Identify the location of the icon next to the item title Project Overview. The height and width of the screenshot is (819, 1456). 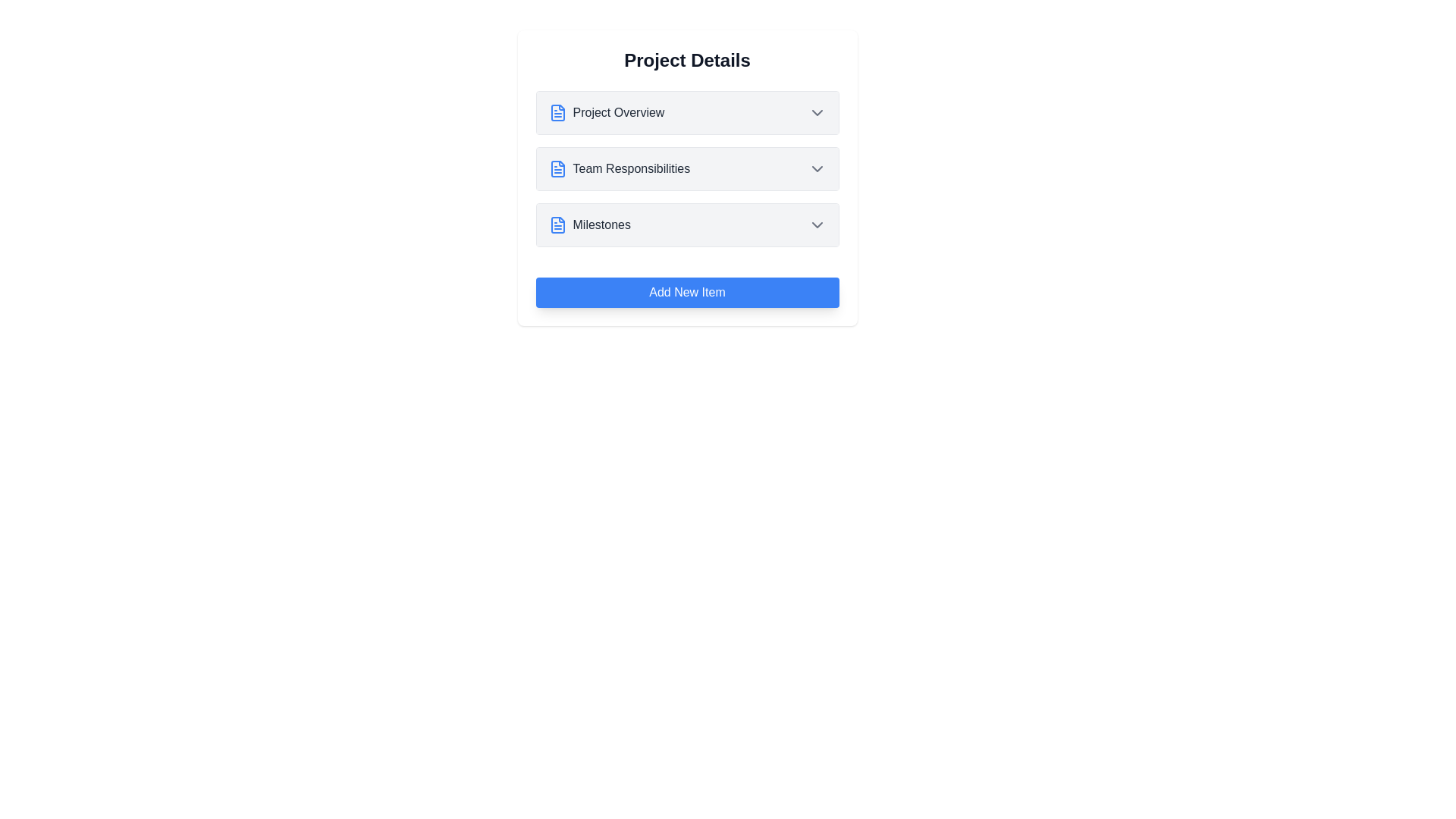
(557, 112).